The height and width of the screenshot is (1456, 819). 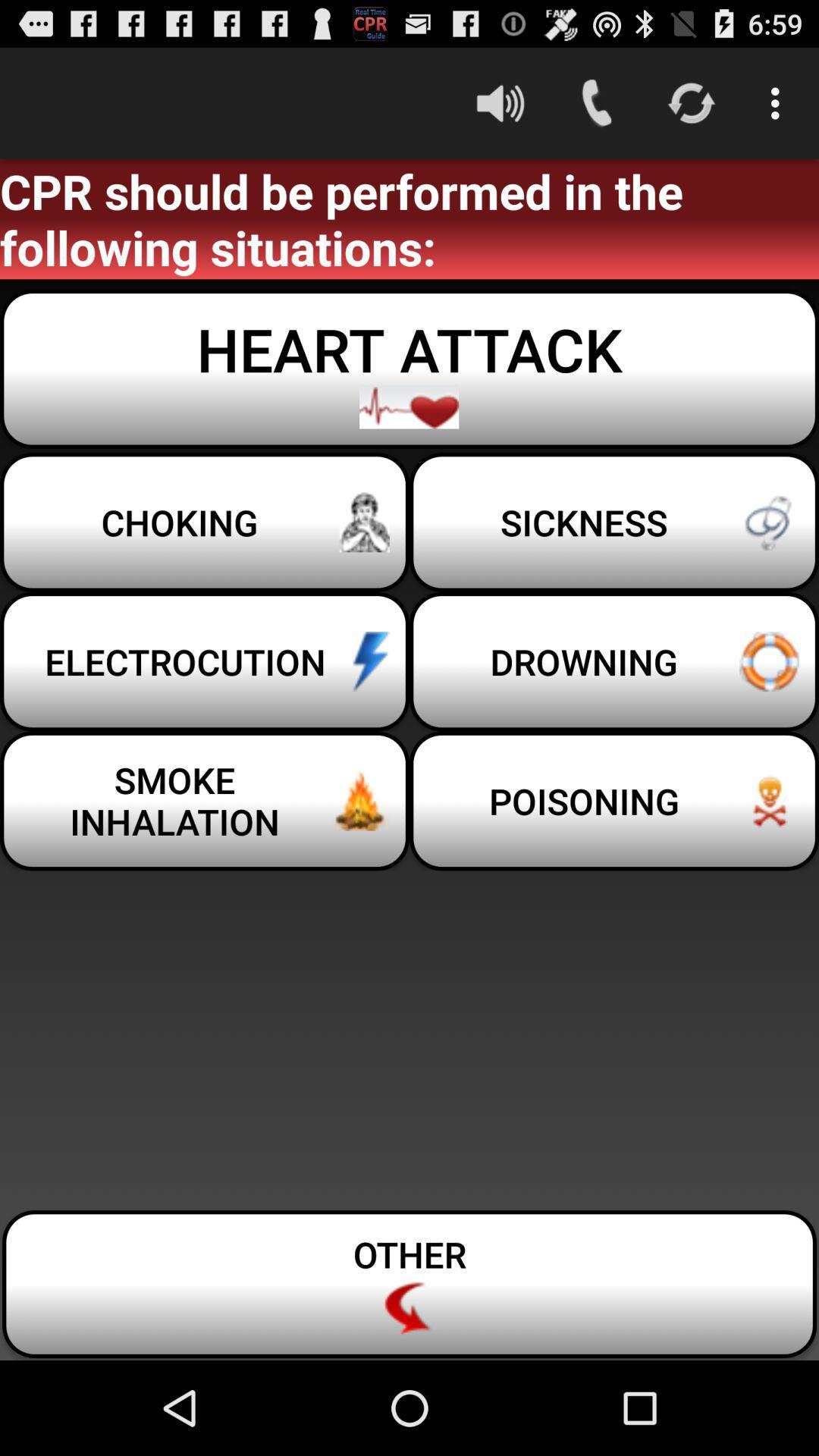 I want to click on icon above the electrocution icon, so click(x=614, y=522).